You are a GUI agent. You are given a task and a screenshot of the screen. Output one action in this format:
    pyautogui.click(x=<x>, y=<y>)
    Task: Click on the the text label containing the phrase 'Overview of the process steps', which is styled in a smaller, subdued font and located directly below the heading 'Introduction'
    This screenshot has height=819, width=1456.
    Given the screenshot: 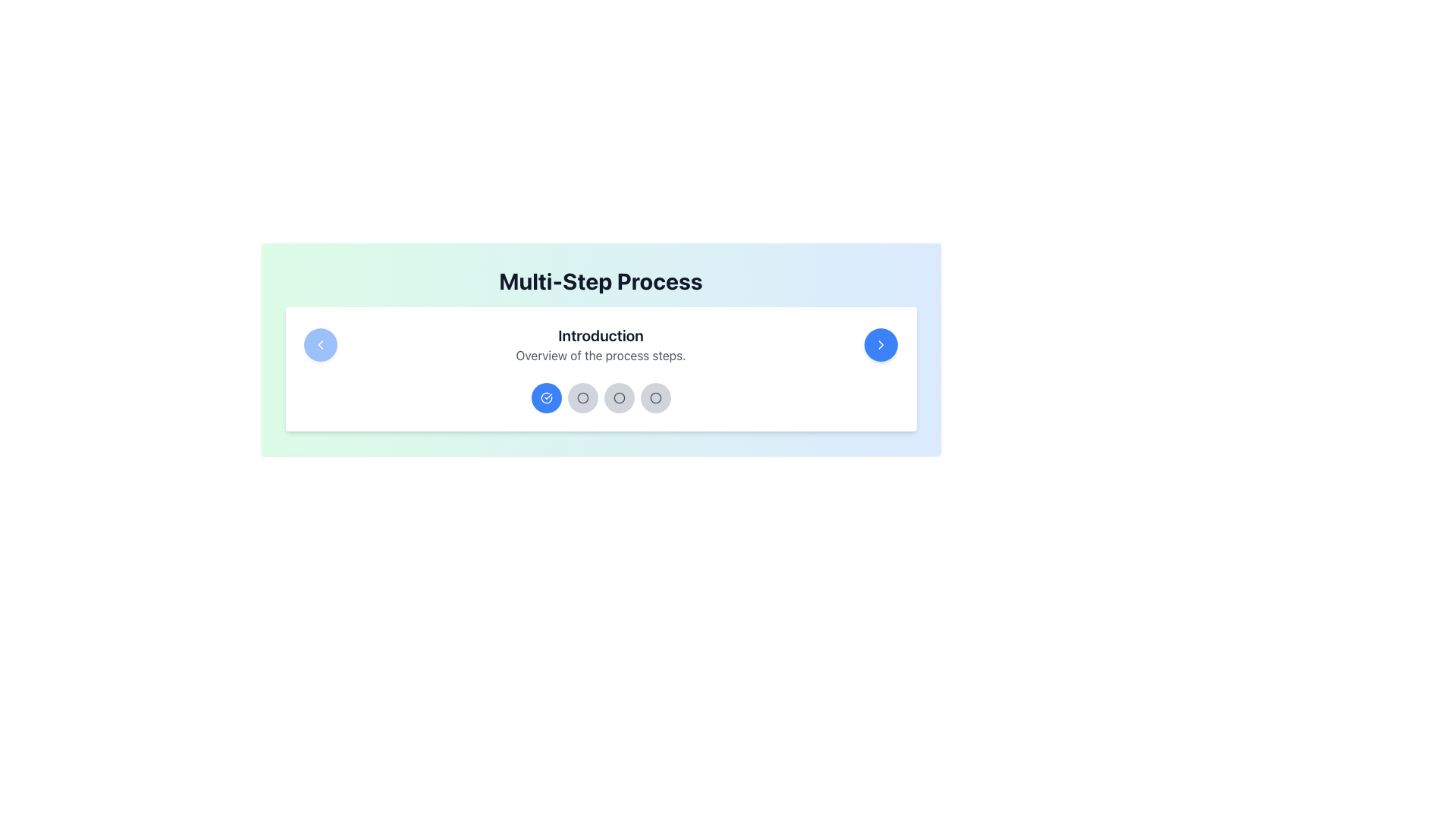 What is the action you would take?
    pyautogui.click(x=600, y=356)
    